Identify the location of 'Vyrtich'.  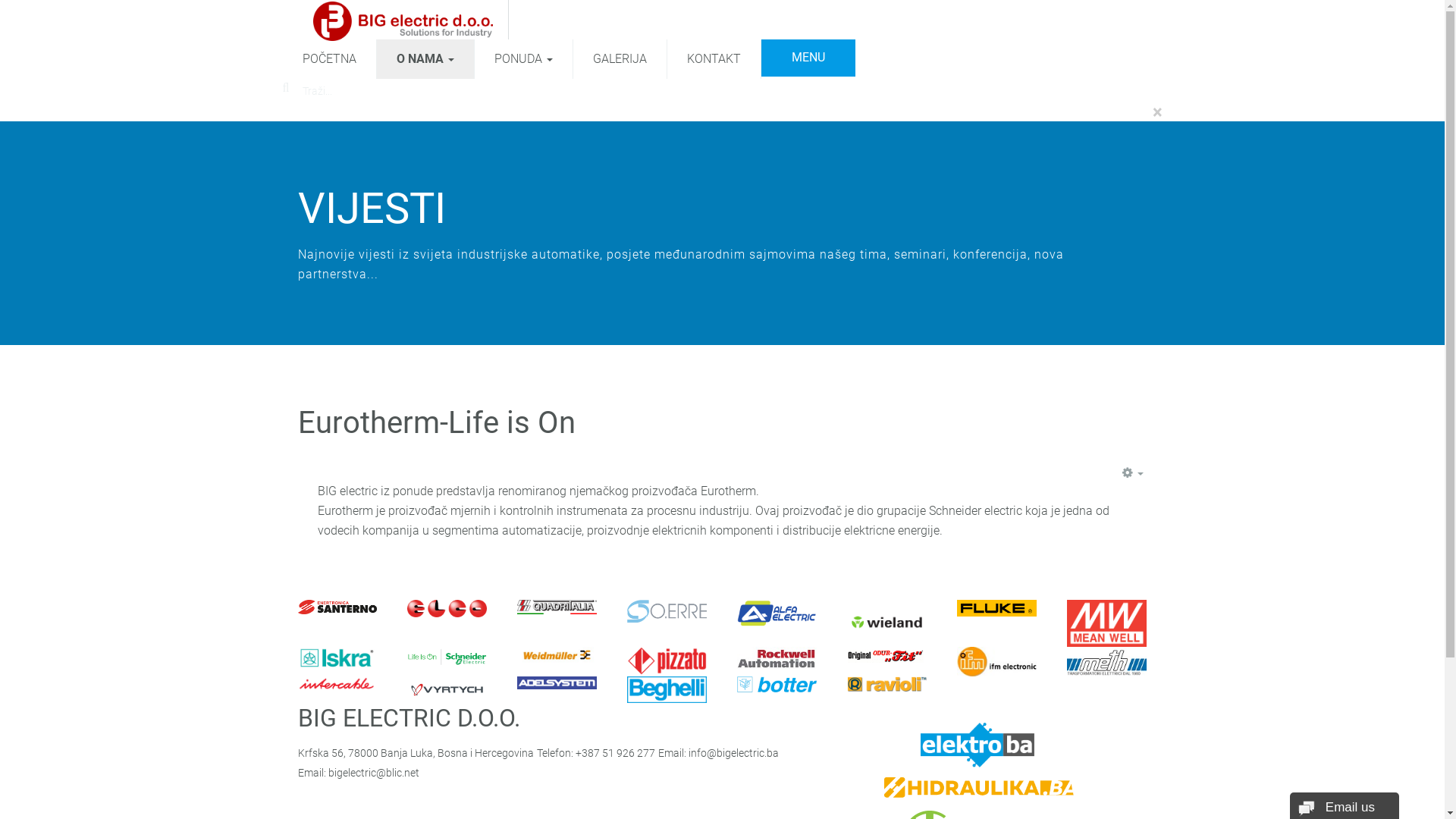
(446, 689).